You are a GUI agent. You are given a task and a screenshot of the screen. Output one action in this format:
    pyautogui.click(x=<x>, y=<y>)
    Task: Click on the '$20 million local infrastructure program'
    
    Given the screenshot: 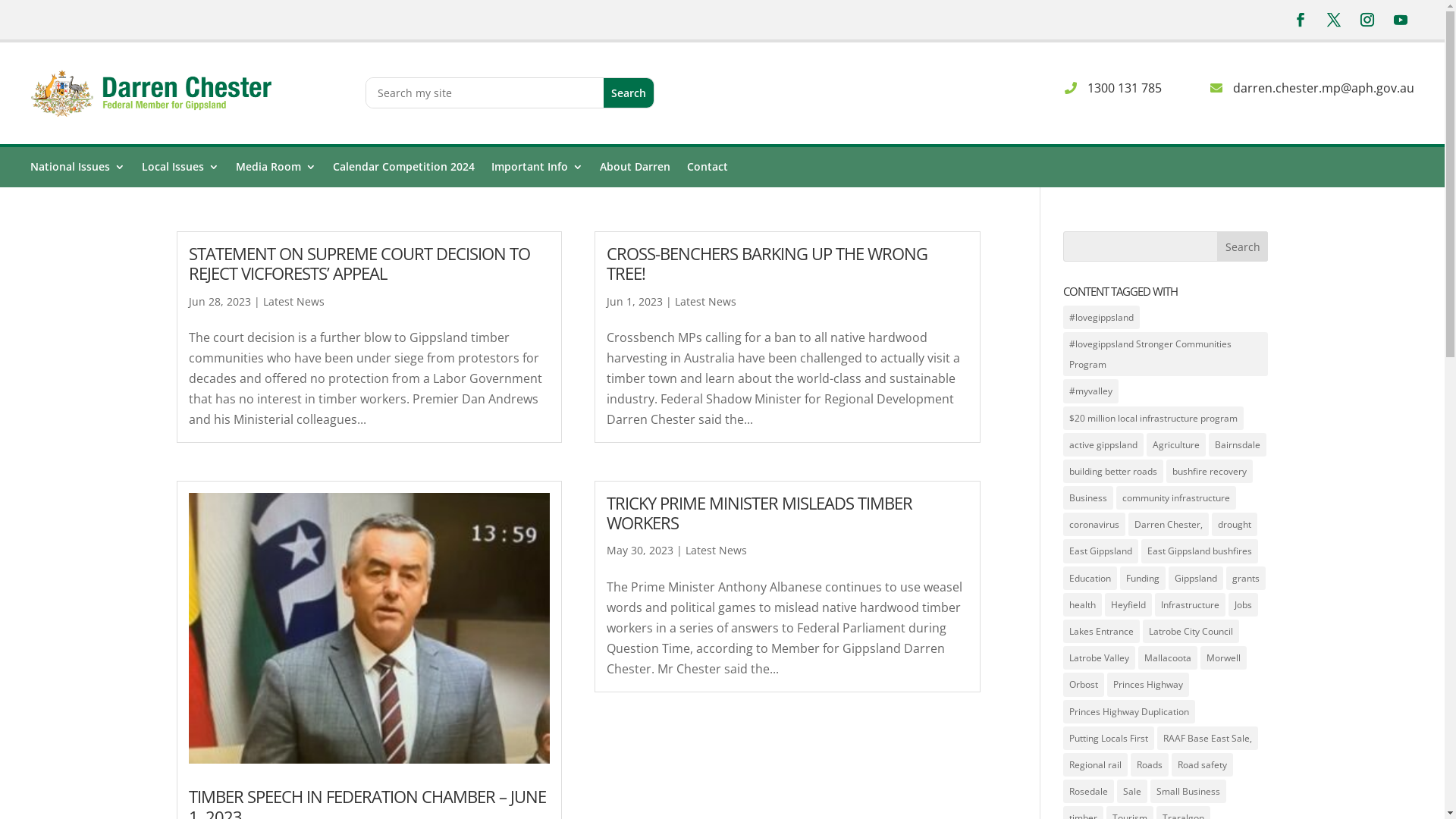 What is the action you would take?
    pyautogui.click(x=1153, y=418)
    